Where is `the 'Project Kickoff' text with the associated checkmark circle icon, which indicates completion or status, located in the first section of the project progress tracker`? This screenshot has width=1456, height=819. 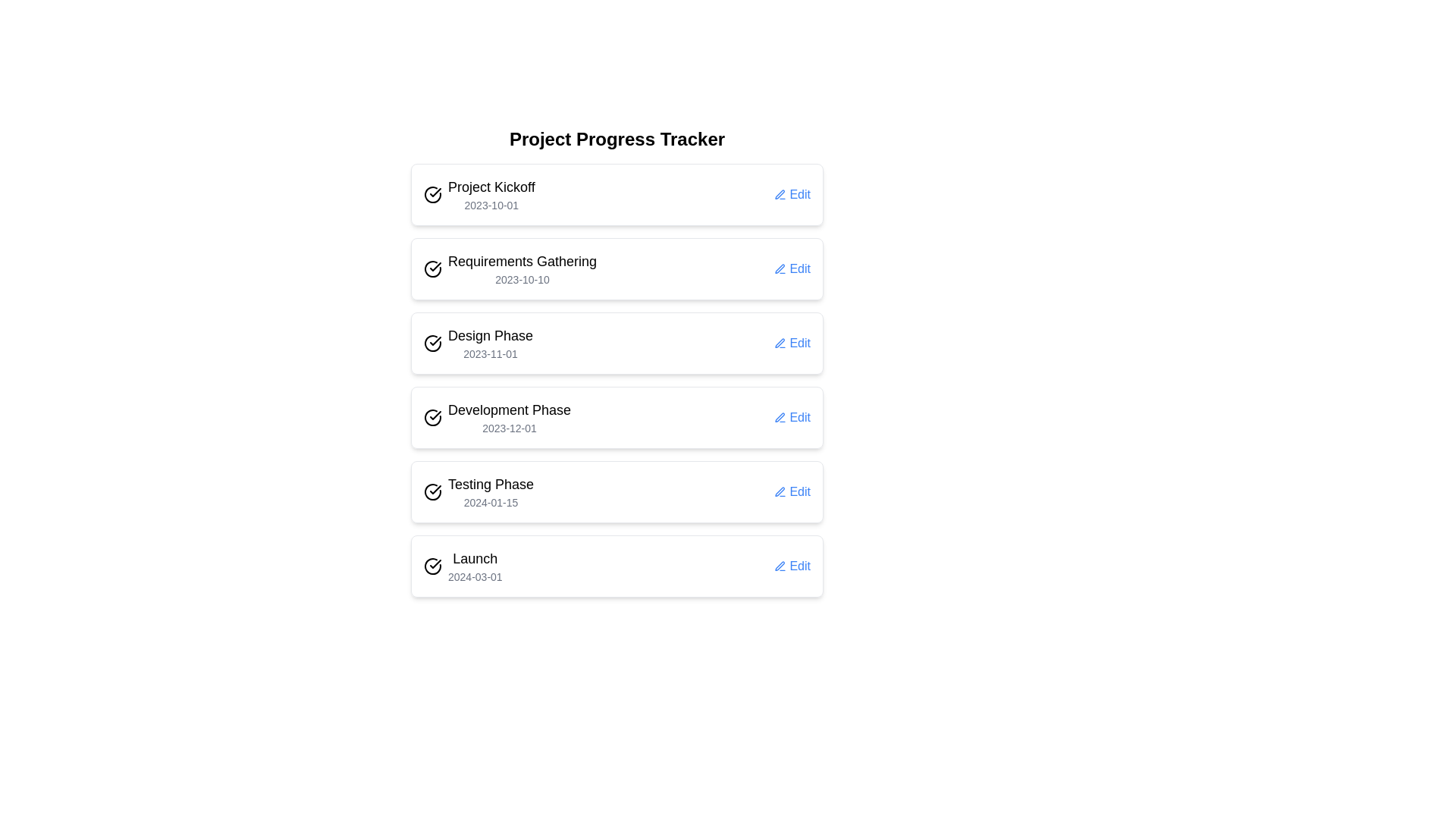 the 'Project Kickoff' text with the associated checkmark circle icon, which indicates completion or status, located in the first section of the project progress tracker is located at coordinates (479, 194).